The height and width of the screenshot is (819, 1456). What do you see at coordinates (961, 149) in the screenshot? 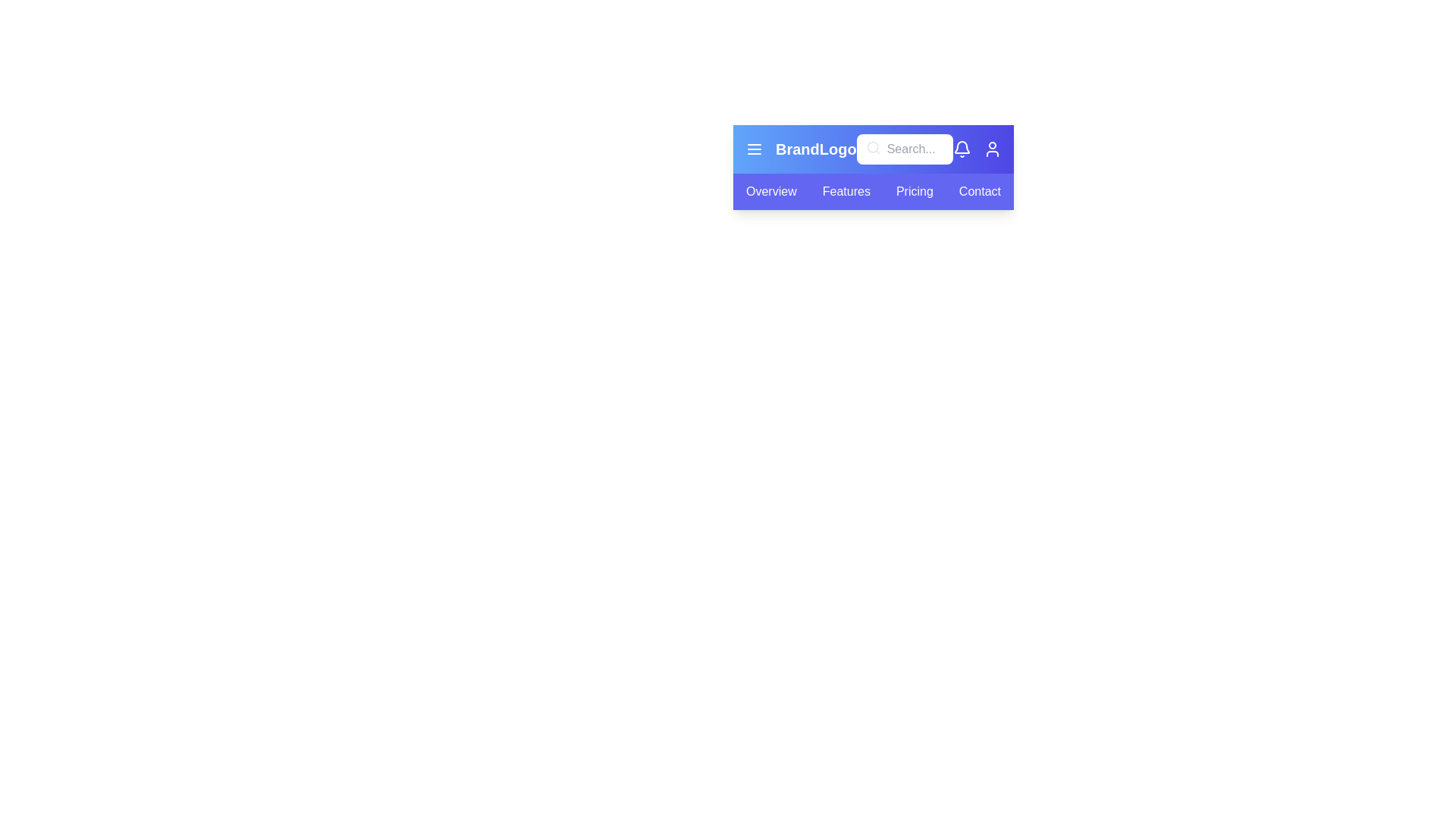
I see `the bell icon to view notifications` at bounding box center [961, 149].